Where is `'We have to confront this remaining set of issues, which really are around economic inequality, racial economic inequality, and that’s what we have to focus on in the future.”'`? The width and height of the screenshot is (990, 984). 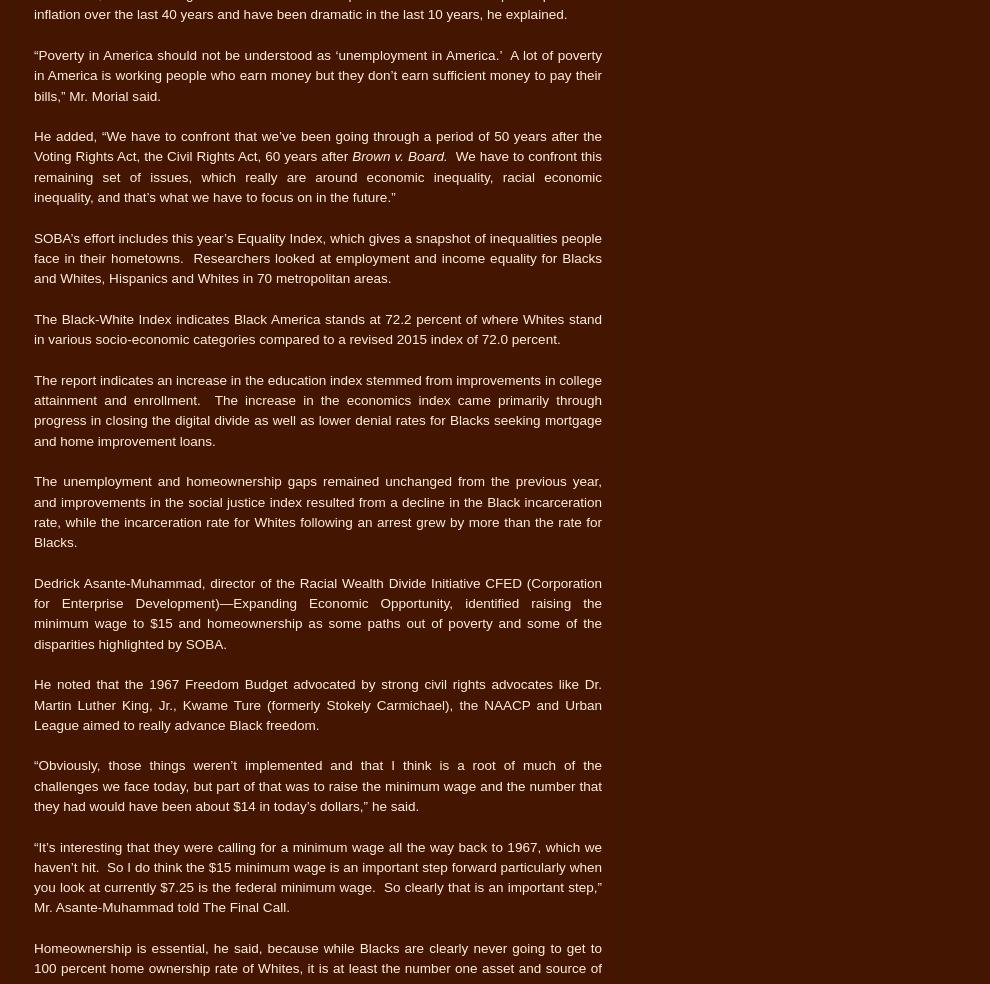
'We have to confront this remaining set of issues, which really are around economic inequality, racial economic inequality, and that’s what we have to focus on in the future.”' is located at coordinates (32, 177).